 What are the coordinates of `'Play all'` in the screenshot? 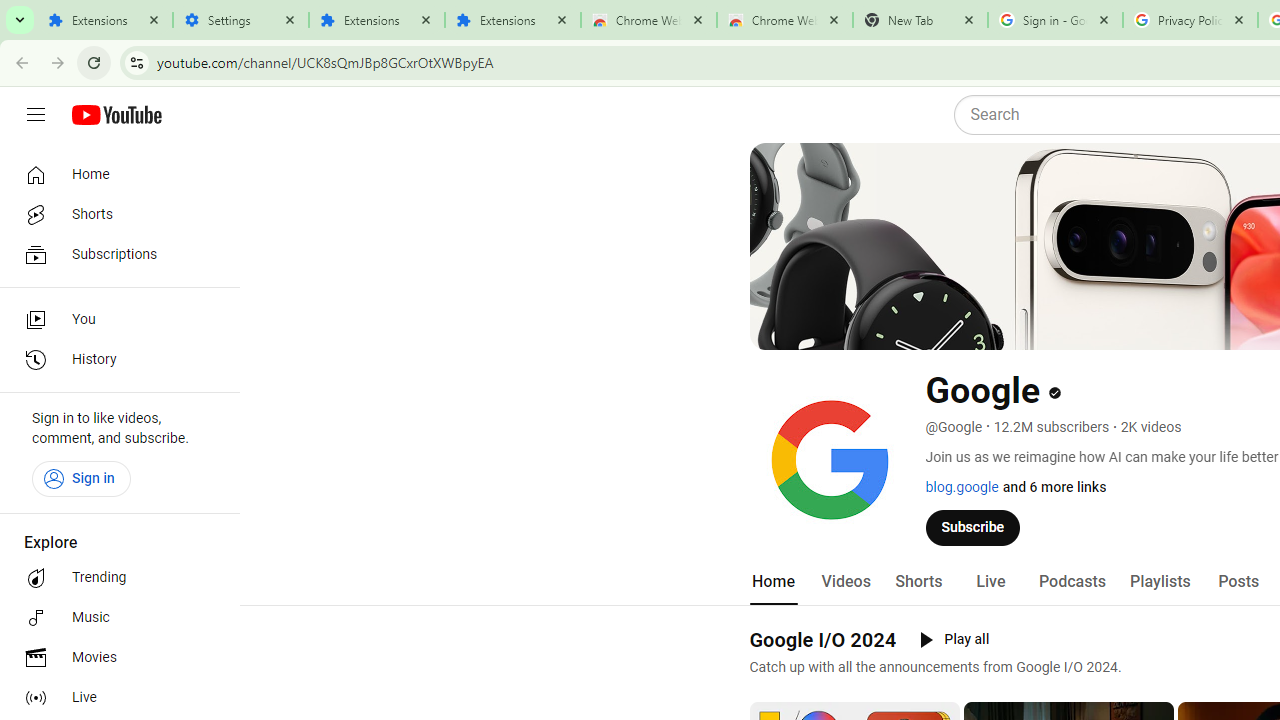 It's located at (953, 640).